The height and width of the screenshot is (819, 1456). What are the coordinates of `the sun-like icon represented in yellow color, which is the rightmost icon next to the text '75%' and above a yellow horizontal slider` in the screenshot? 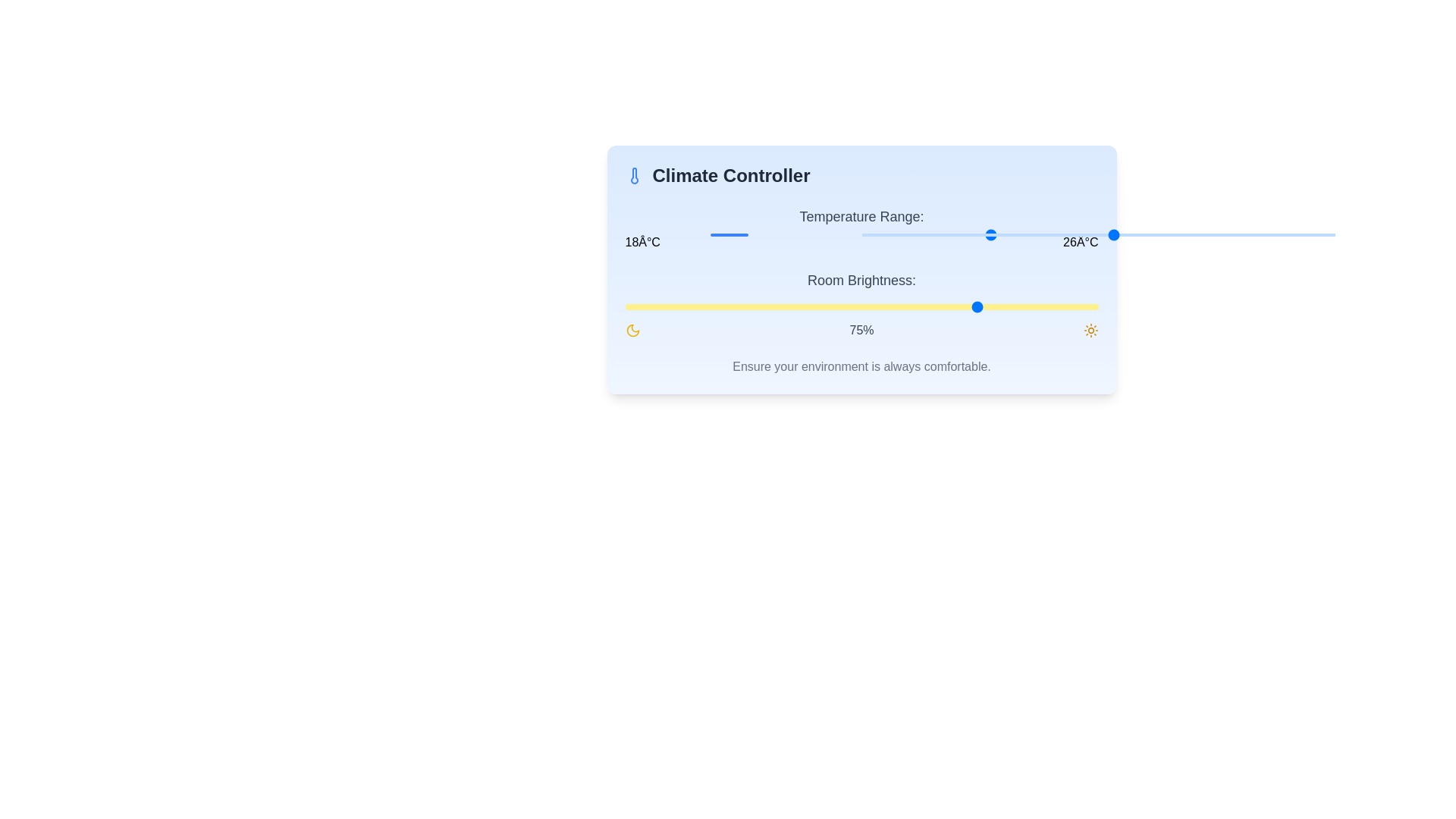 It's located at (1090, 329).